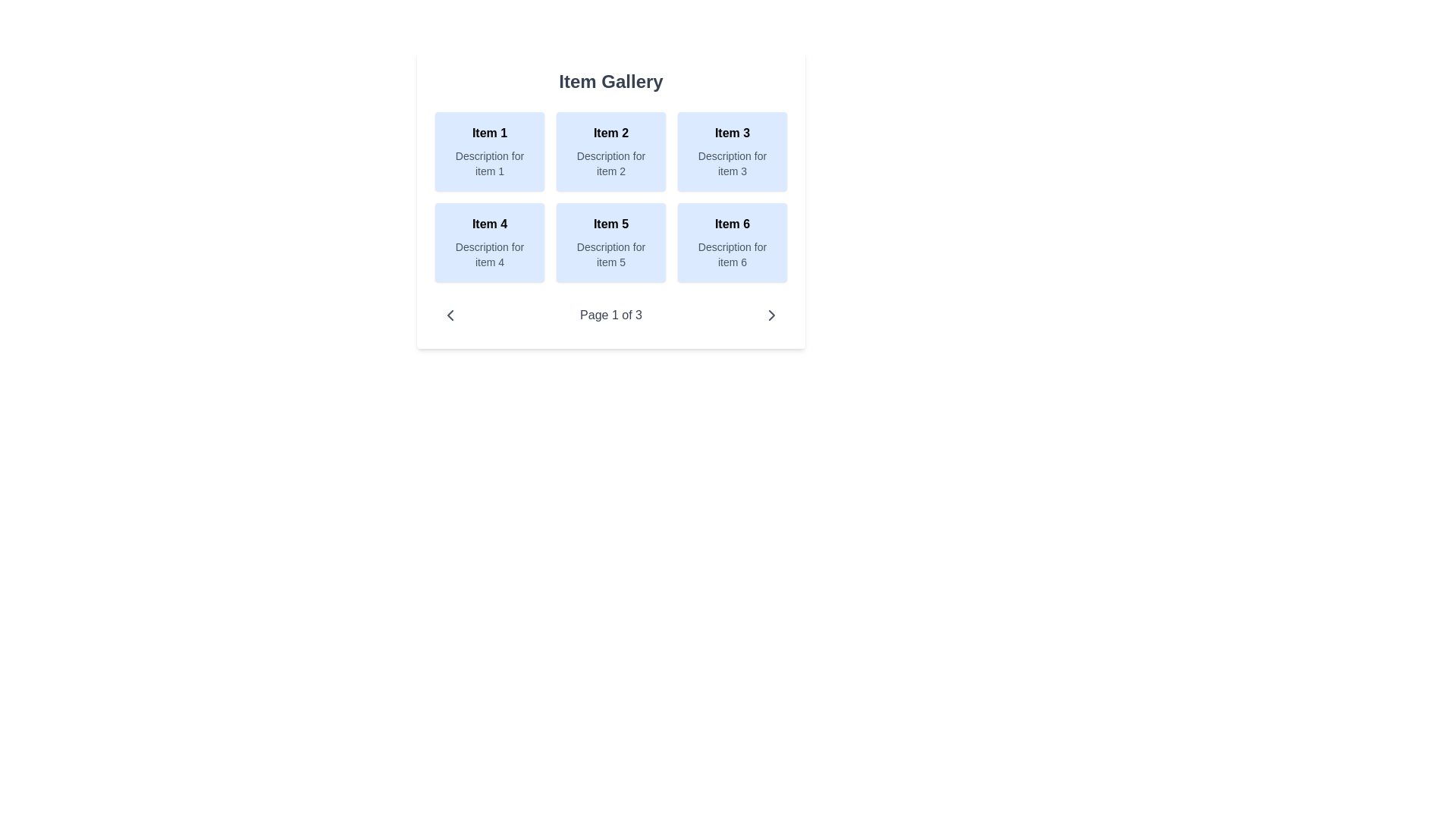 This screenshot has height=819, width=1456. What do you see at coordinates (611, 152) in the screenshot?
I see `the Informational card displaying information about 'Item 2', located in the second position of the first row in the Item Gallery grid` at bounding box center [611, 152].